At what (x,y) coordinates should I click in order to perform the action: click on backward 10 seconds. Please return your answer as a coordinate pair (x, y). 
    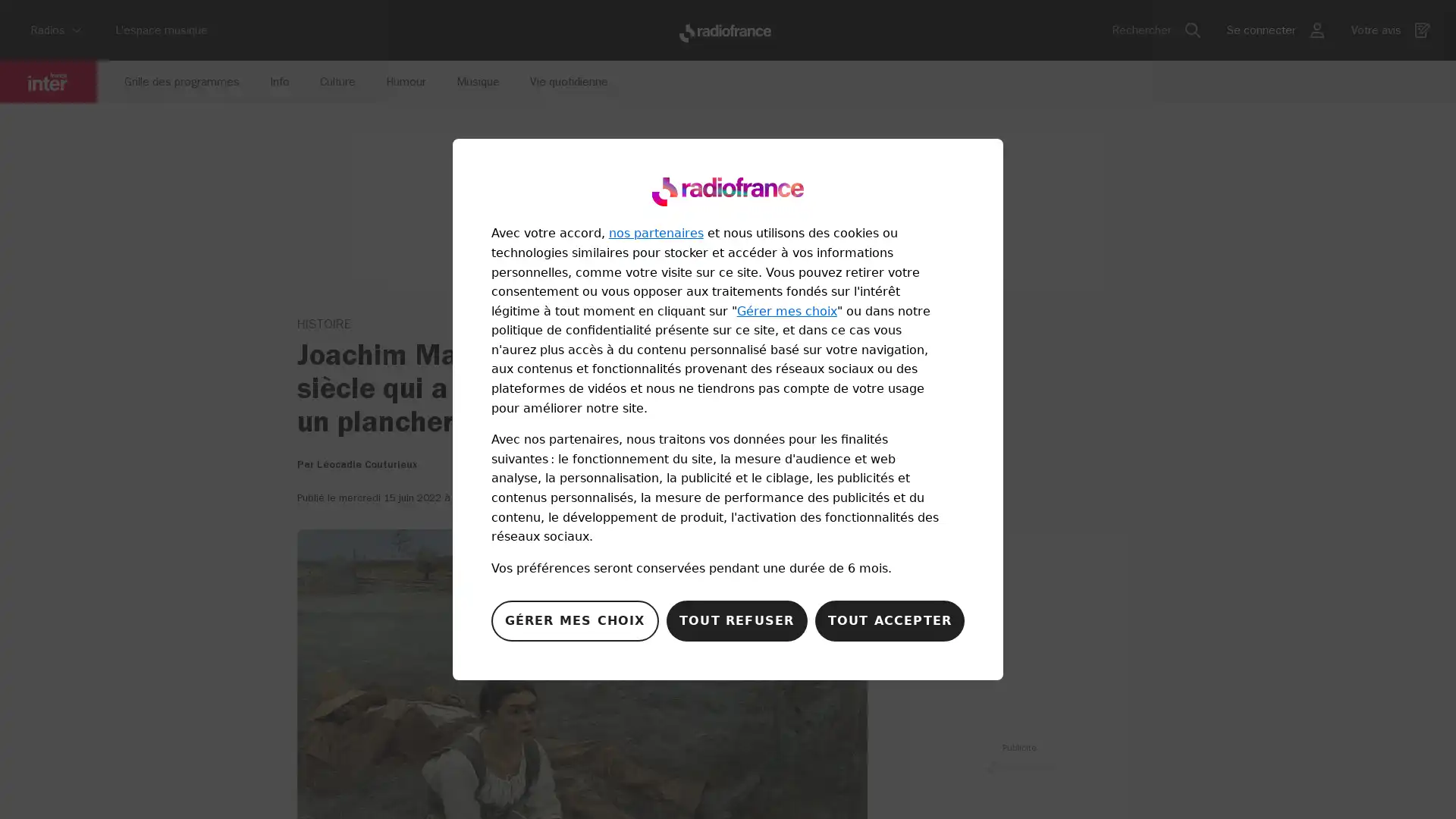
    Looking at the image, I should click on (715, 780).